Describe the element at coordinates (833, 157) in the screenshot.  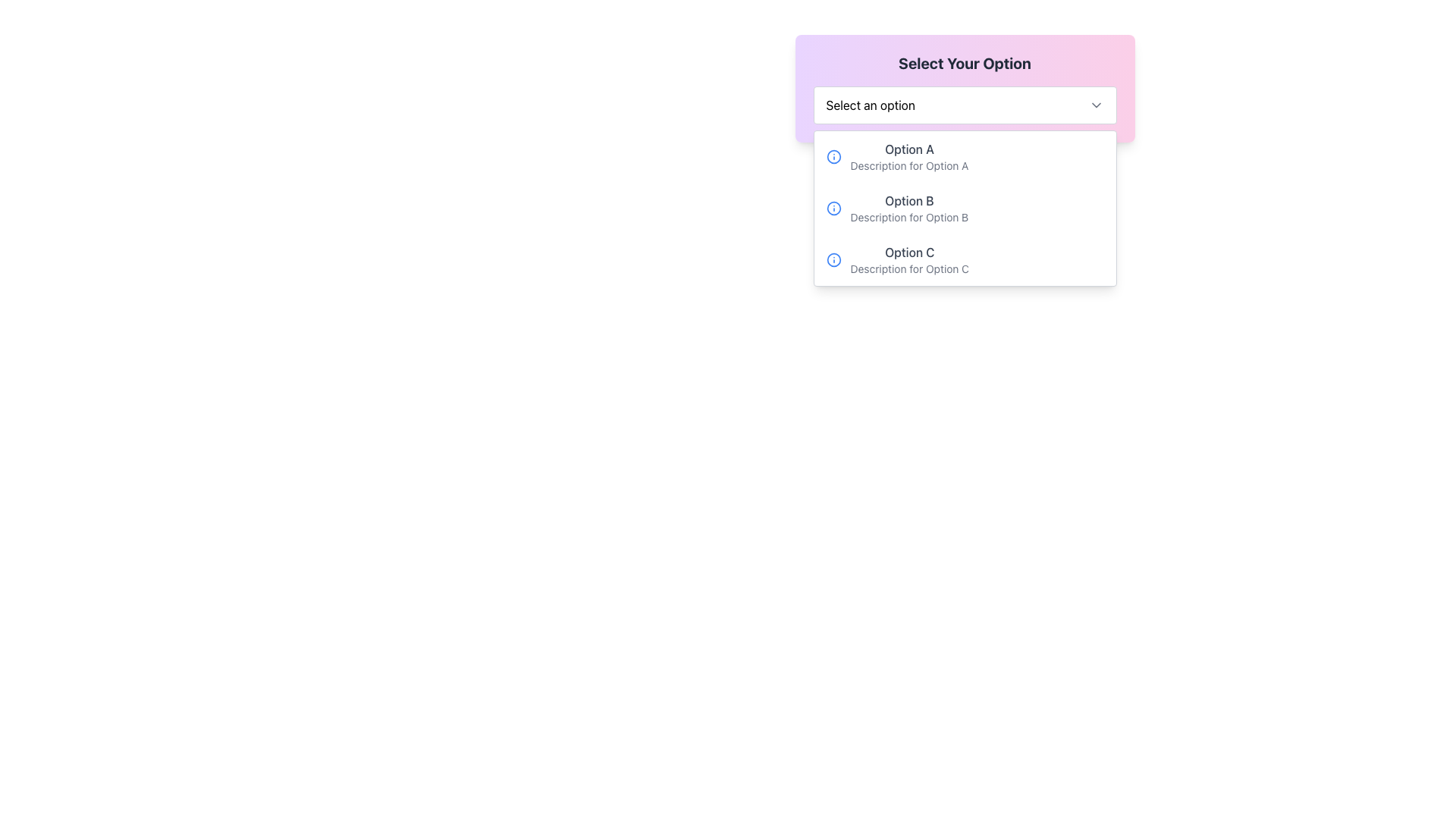
I see `the graphical icon that provides additional details about 'Option A', located to the left of the text 'Option A' in the dropdown list` at that location.